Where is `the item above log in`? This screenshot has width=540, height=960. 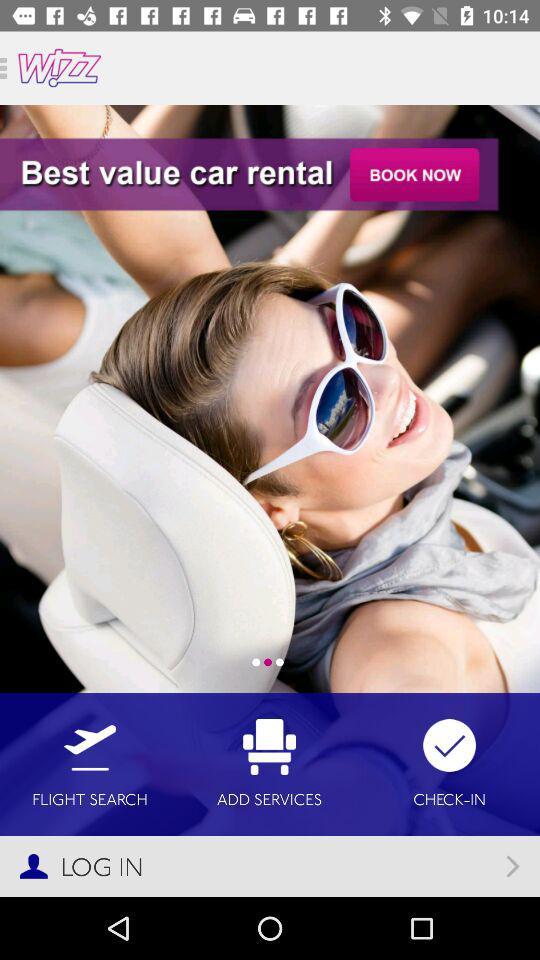 the item above log in is located at coordinates (89, 763).